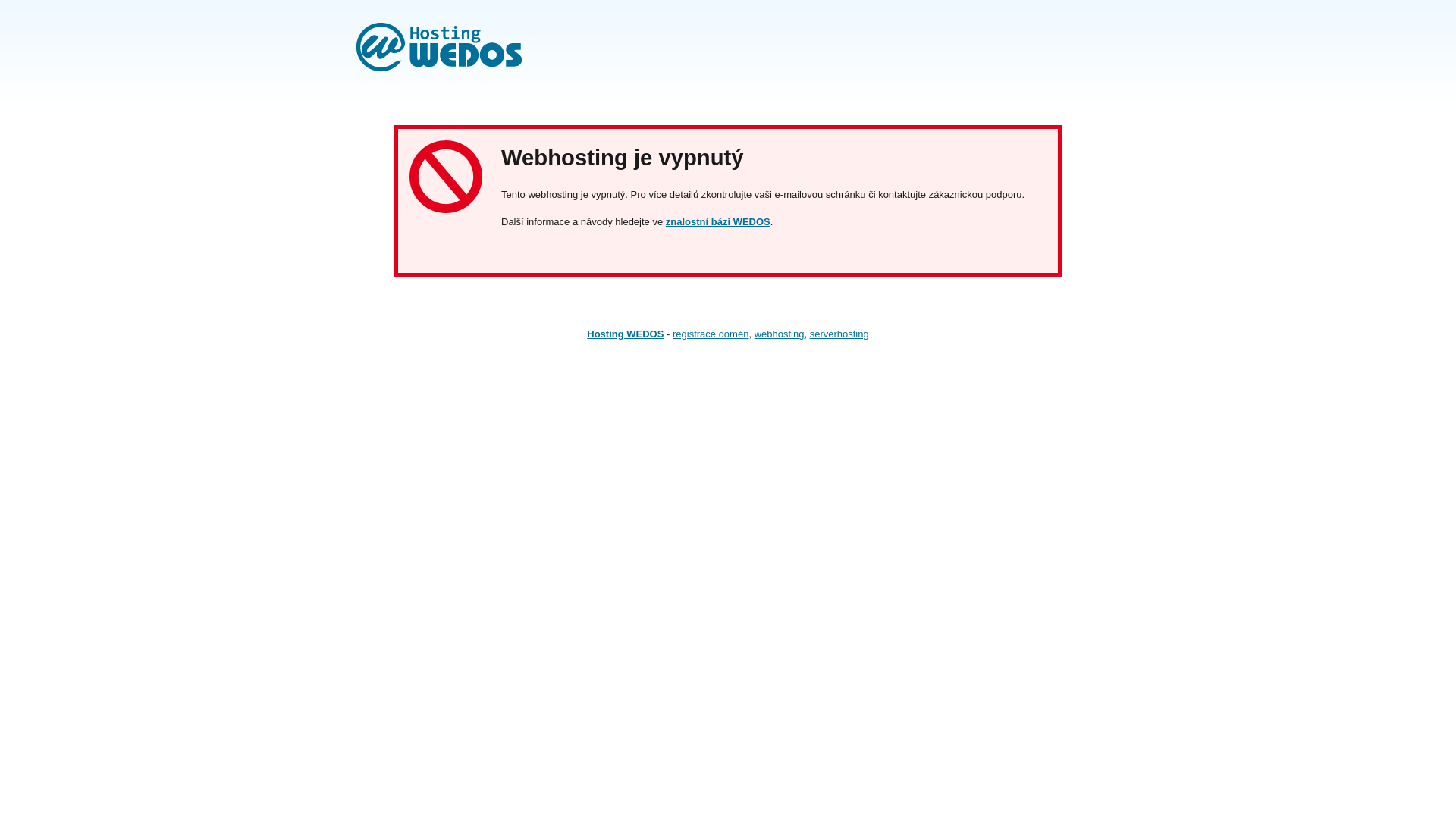 The width and height of the screenshot is (1456, 819). I want to click on 'webhosting', so click(779, 333).